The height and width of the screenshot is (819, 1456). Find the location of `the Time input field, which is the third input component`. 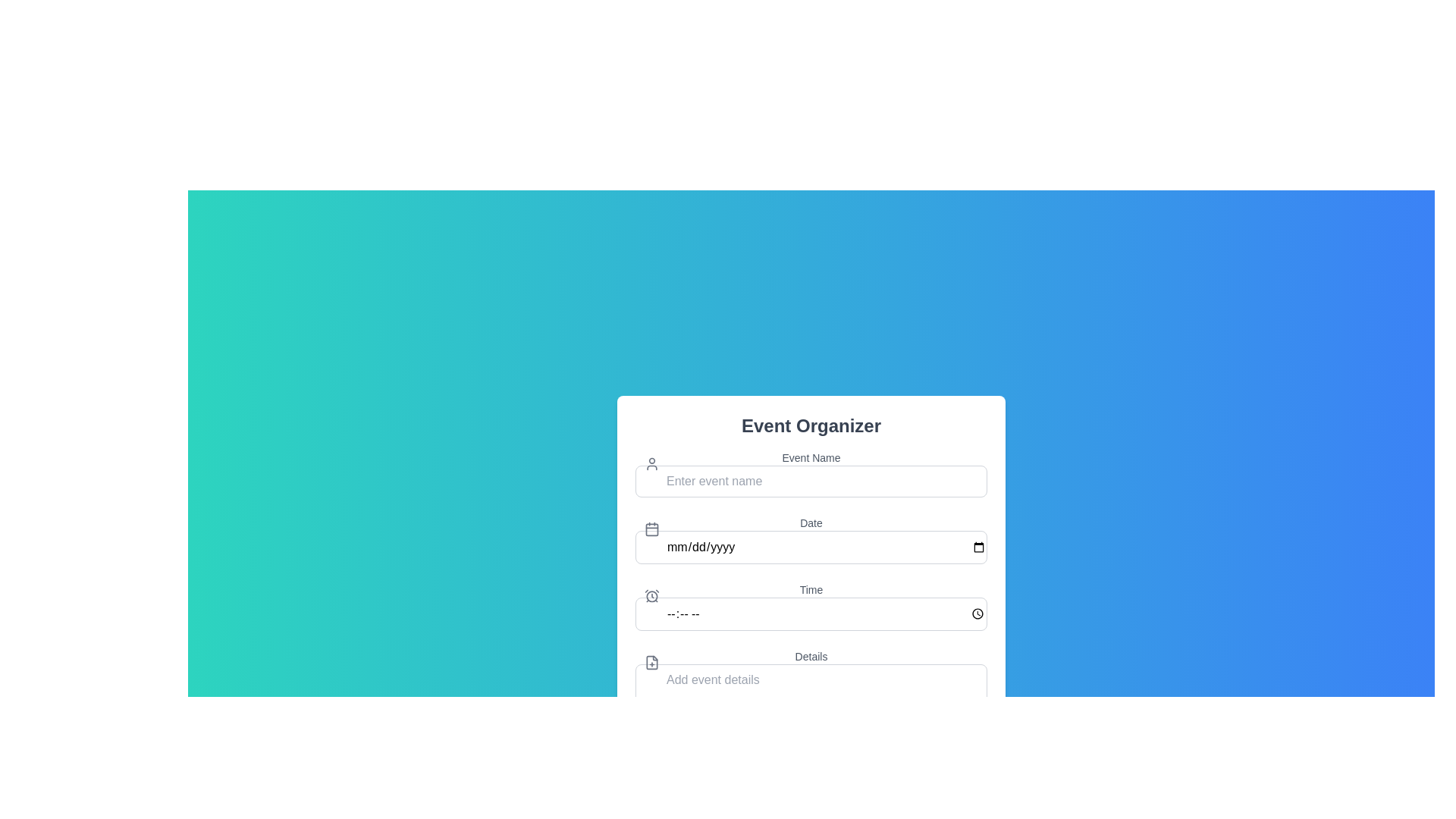

the Time input field, which is the third input component is located at coordinates (811, 617).